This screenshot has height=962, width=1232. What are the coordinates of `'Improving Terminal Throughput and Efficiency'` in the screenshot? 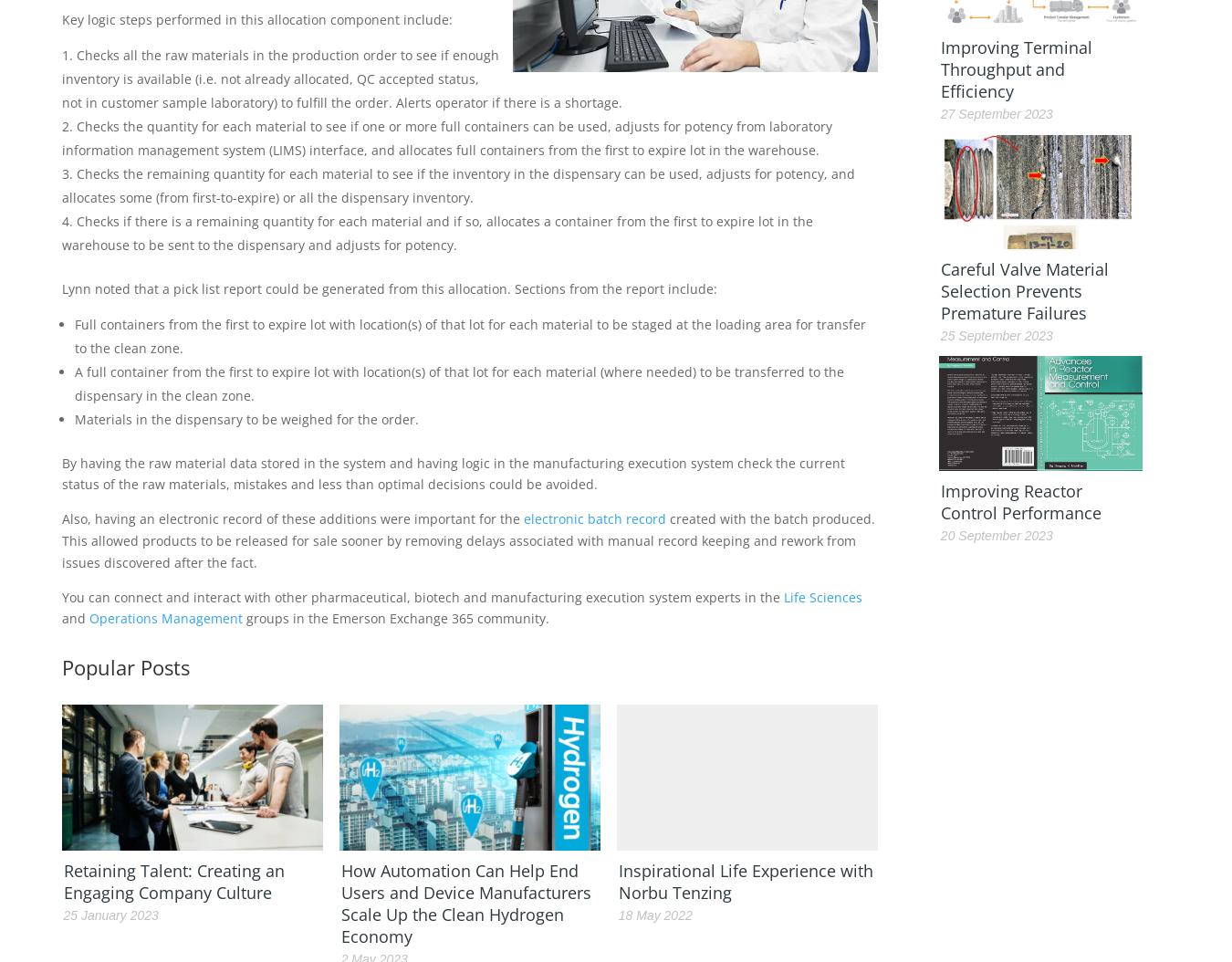 It's located at (1015, 68).